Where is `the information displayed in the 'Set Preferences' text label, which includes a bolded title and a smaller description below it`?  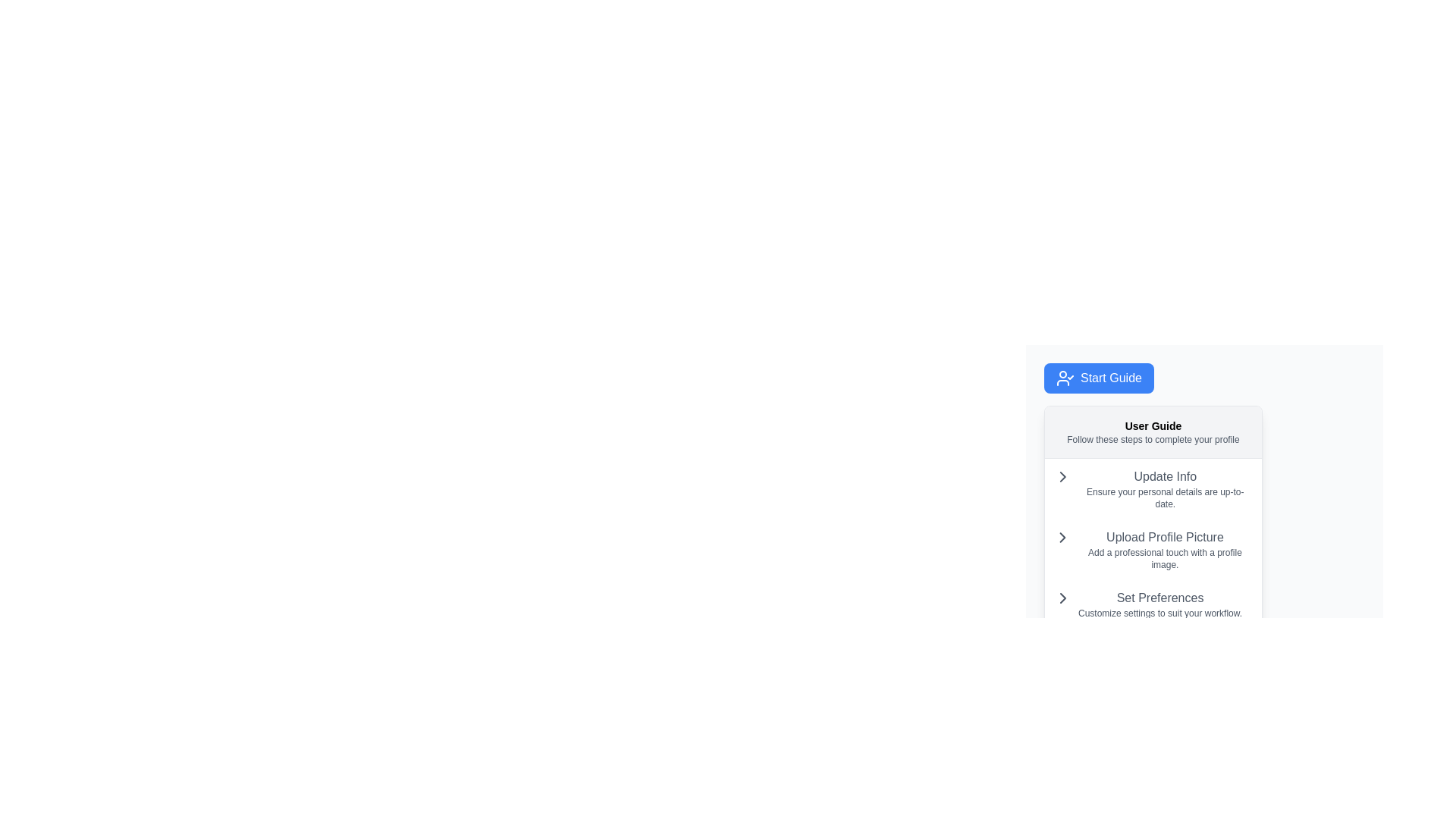
the information displayed in the 'Set Preferences' text label, which includes a bolded title and a smaller description below it is located at coordinates (1159, 604).